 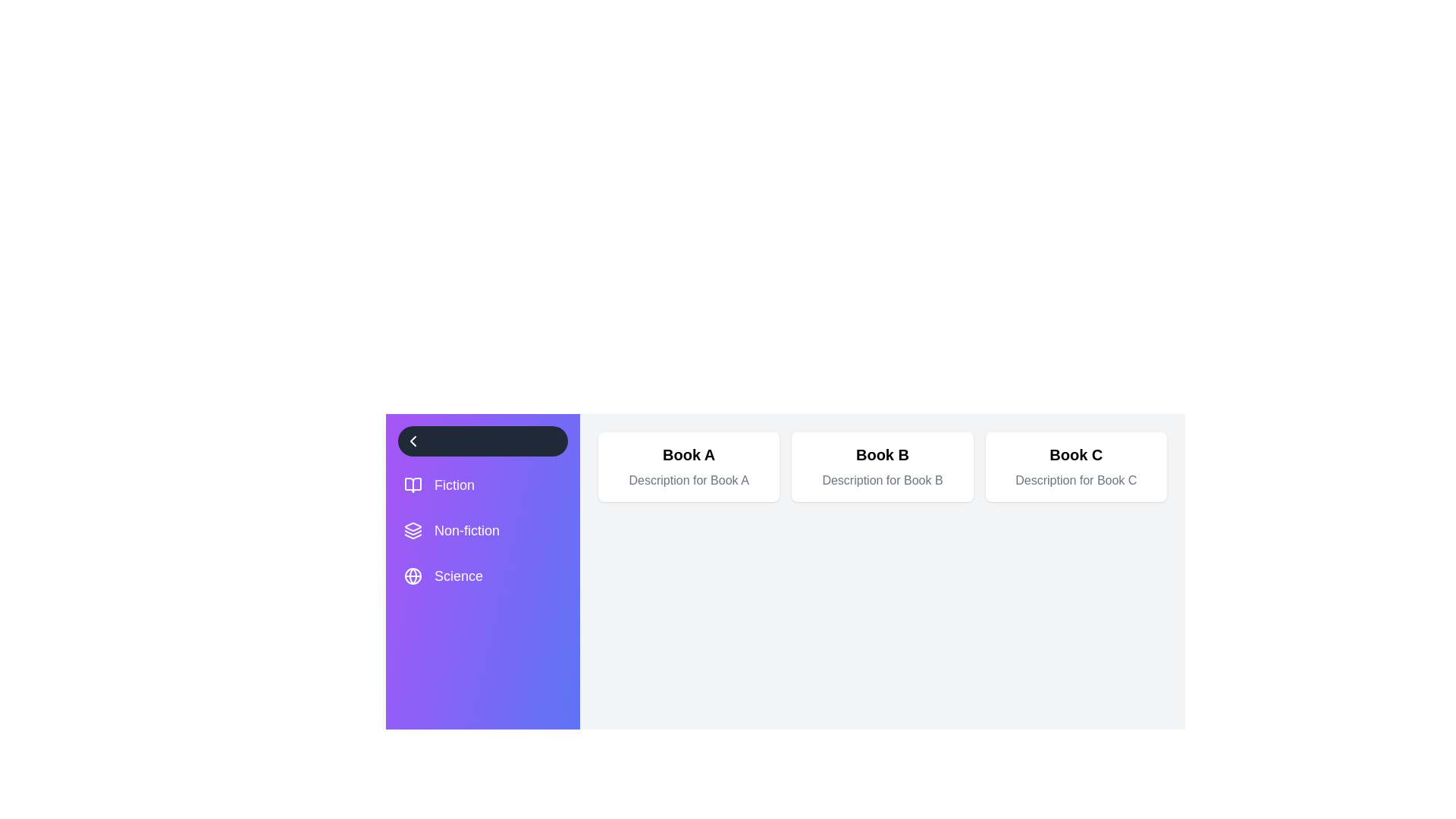 What do you see at coordinates (1075, 466) in the screenshot?
I see `the card representing Book C` at bounding box center [1075, 466].